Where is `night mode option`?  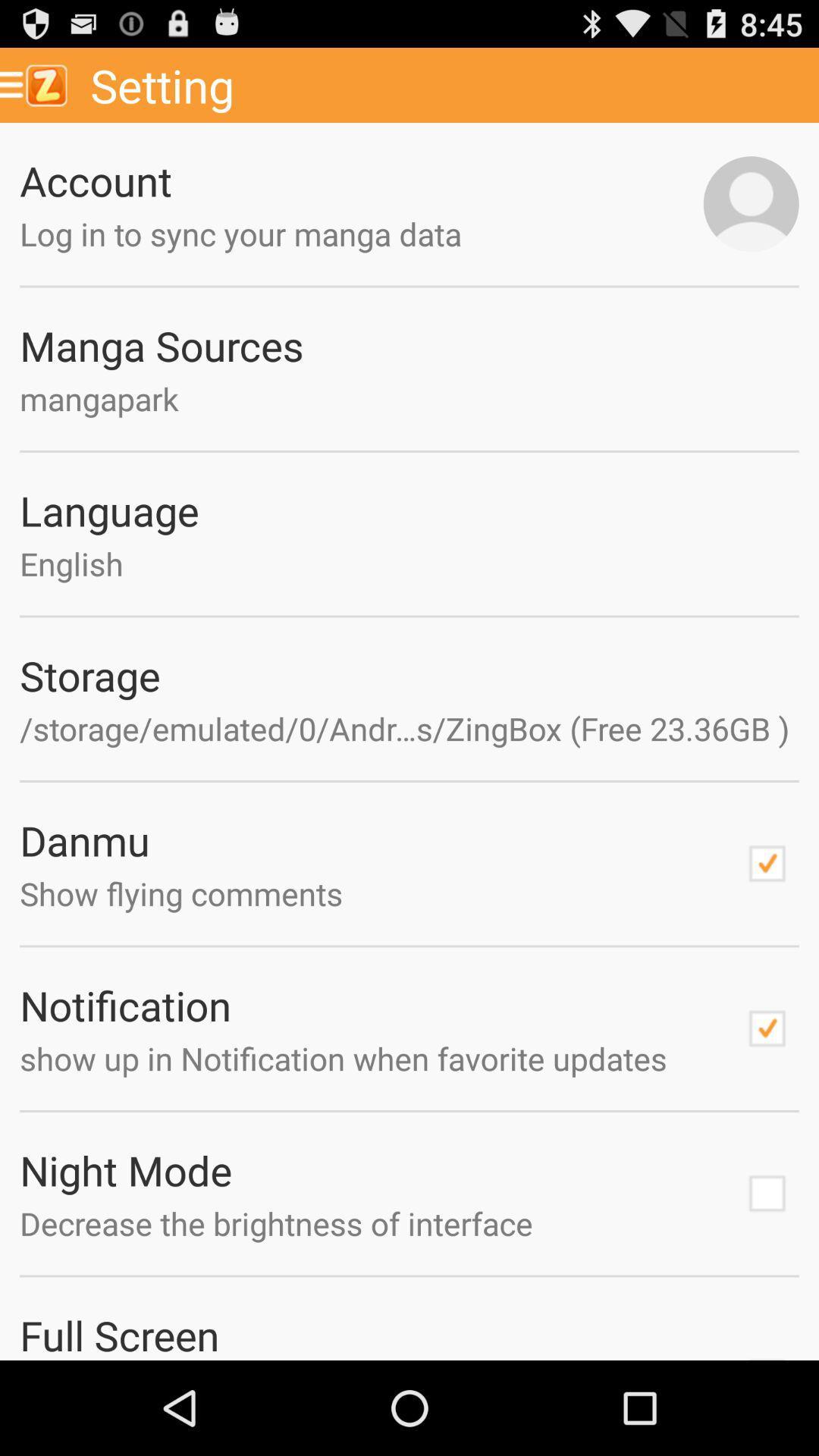
night mode option is located at coordinates (767, 1193).